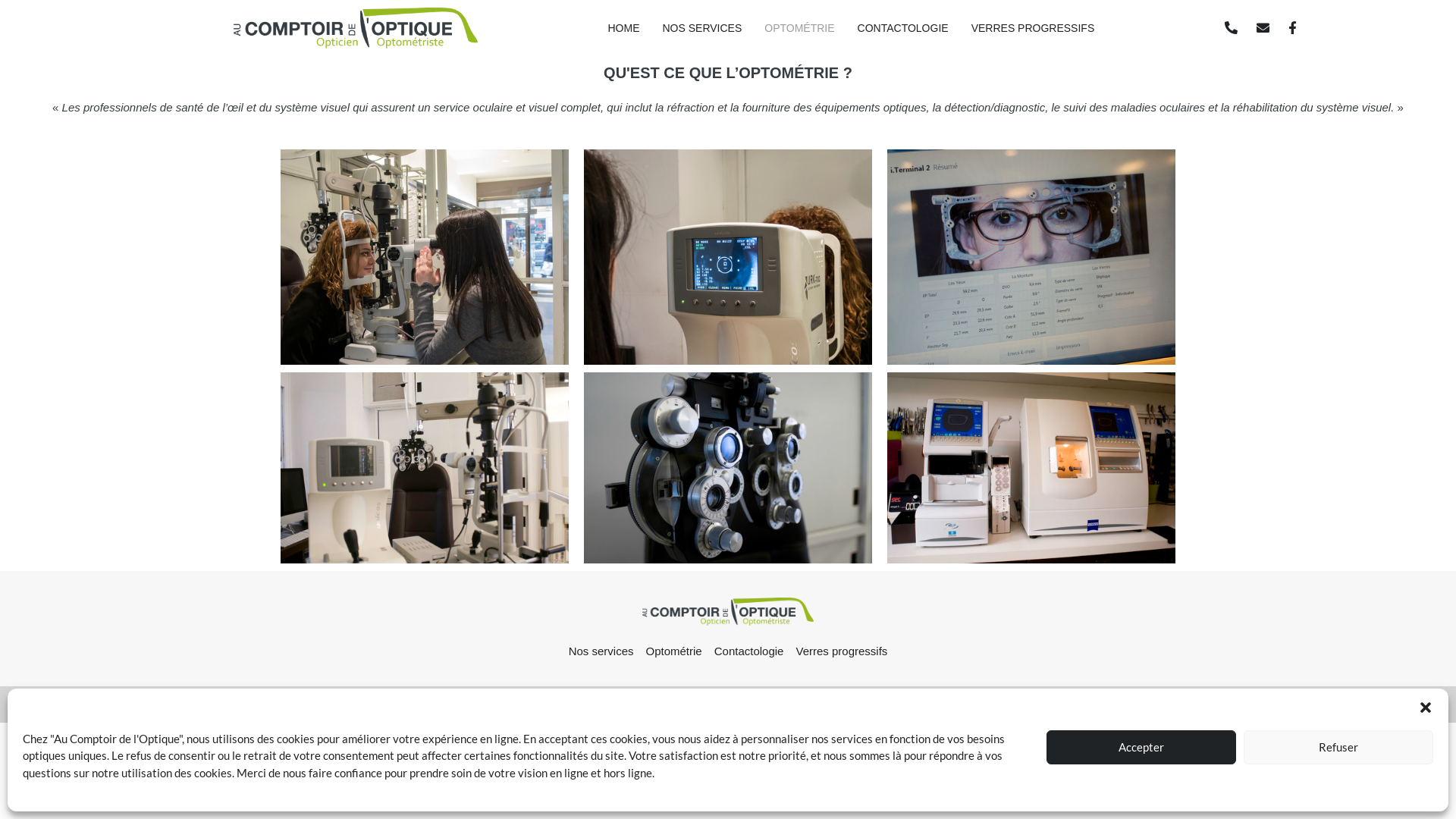 This screenshot has width=1456, height=819. I want to click on 'Accepter', so click(1141, 745).